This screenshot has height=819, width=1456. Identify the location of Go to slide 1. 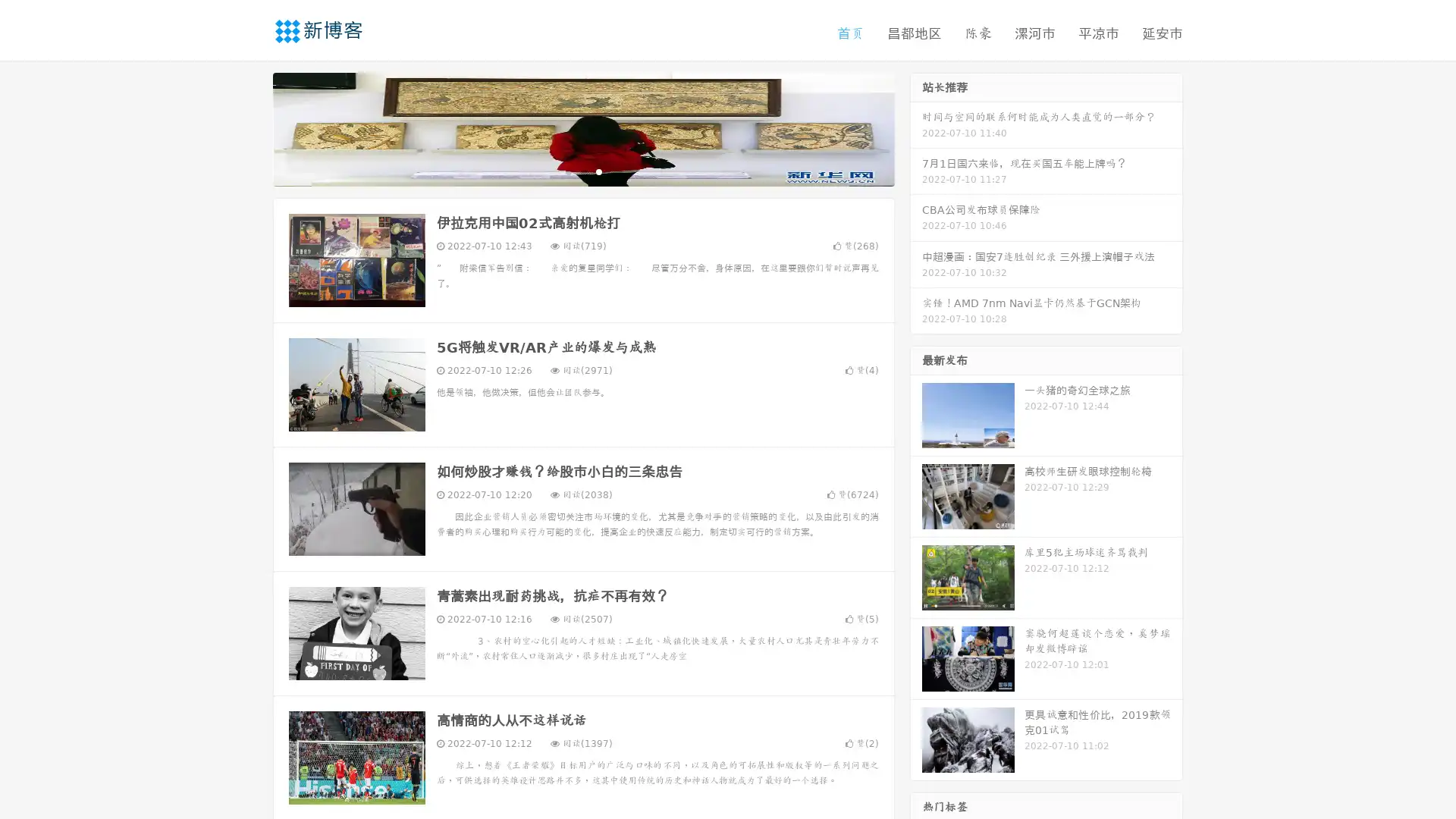
(567, 171).